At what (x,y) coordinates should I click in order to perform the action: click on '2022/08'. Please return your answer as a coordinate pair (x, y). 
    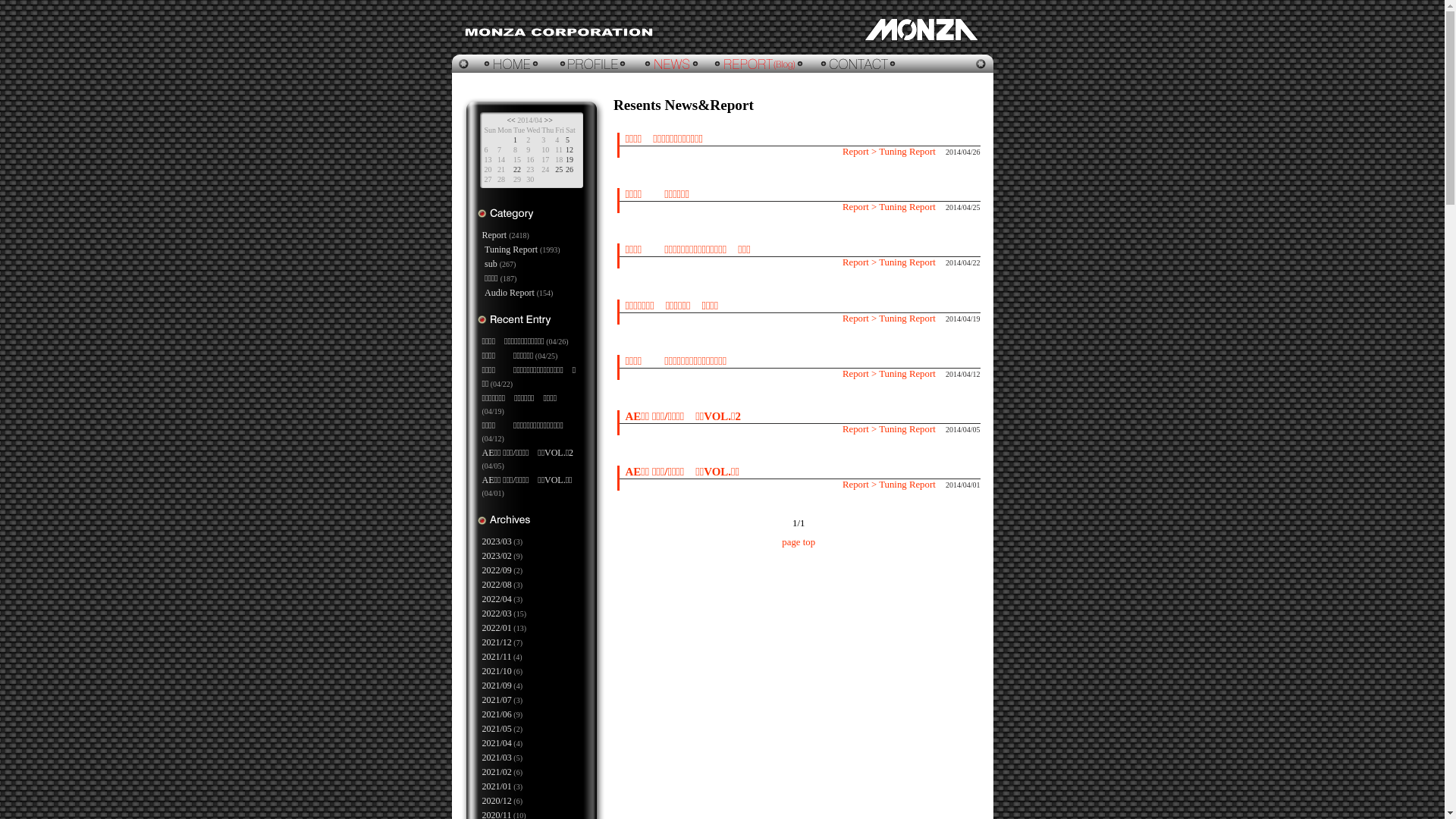
    Looking at the image, I should click on (481, 584).